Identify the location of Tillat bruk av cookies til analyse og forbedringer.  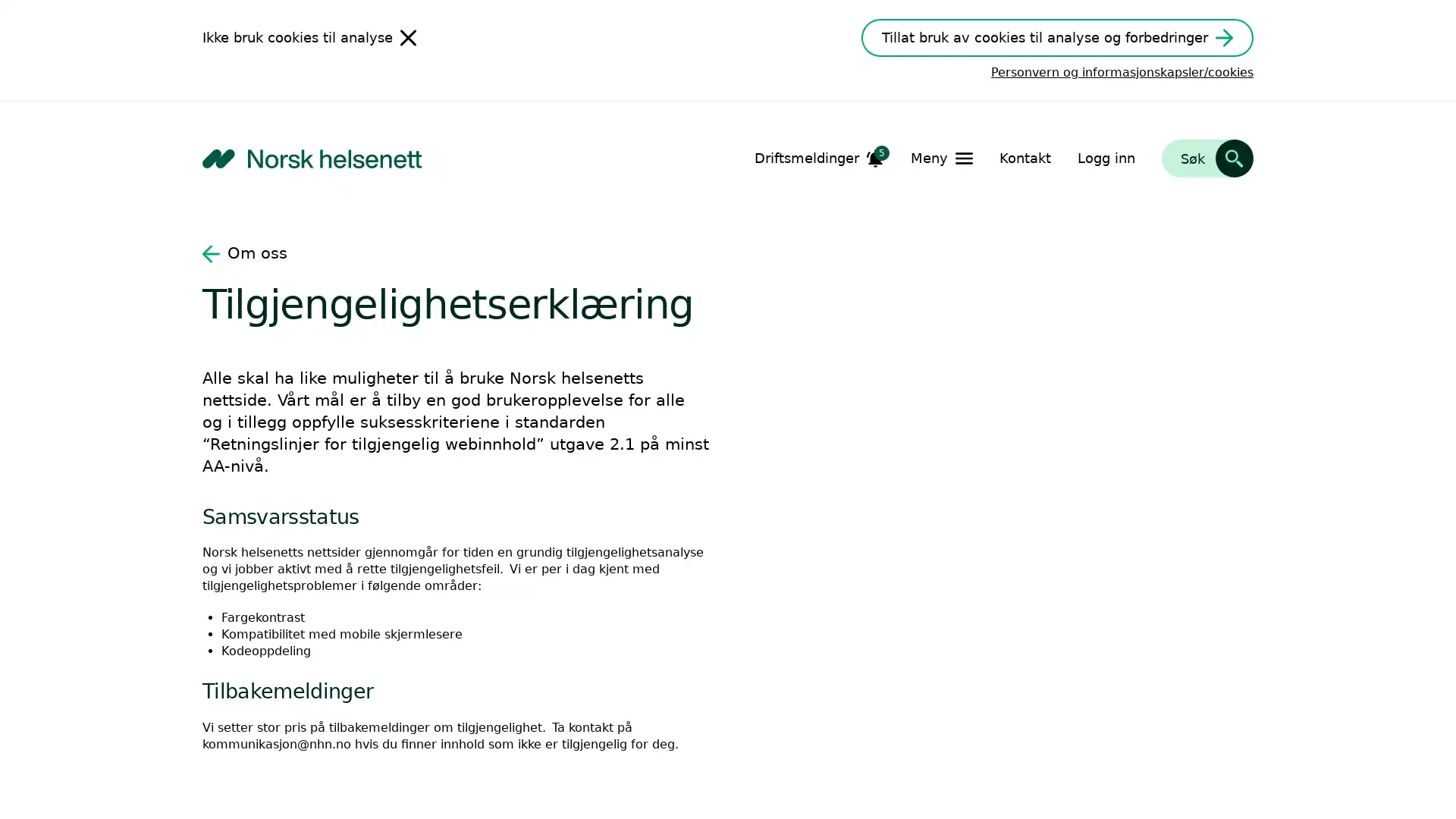
(1056, 37).